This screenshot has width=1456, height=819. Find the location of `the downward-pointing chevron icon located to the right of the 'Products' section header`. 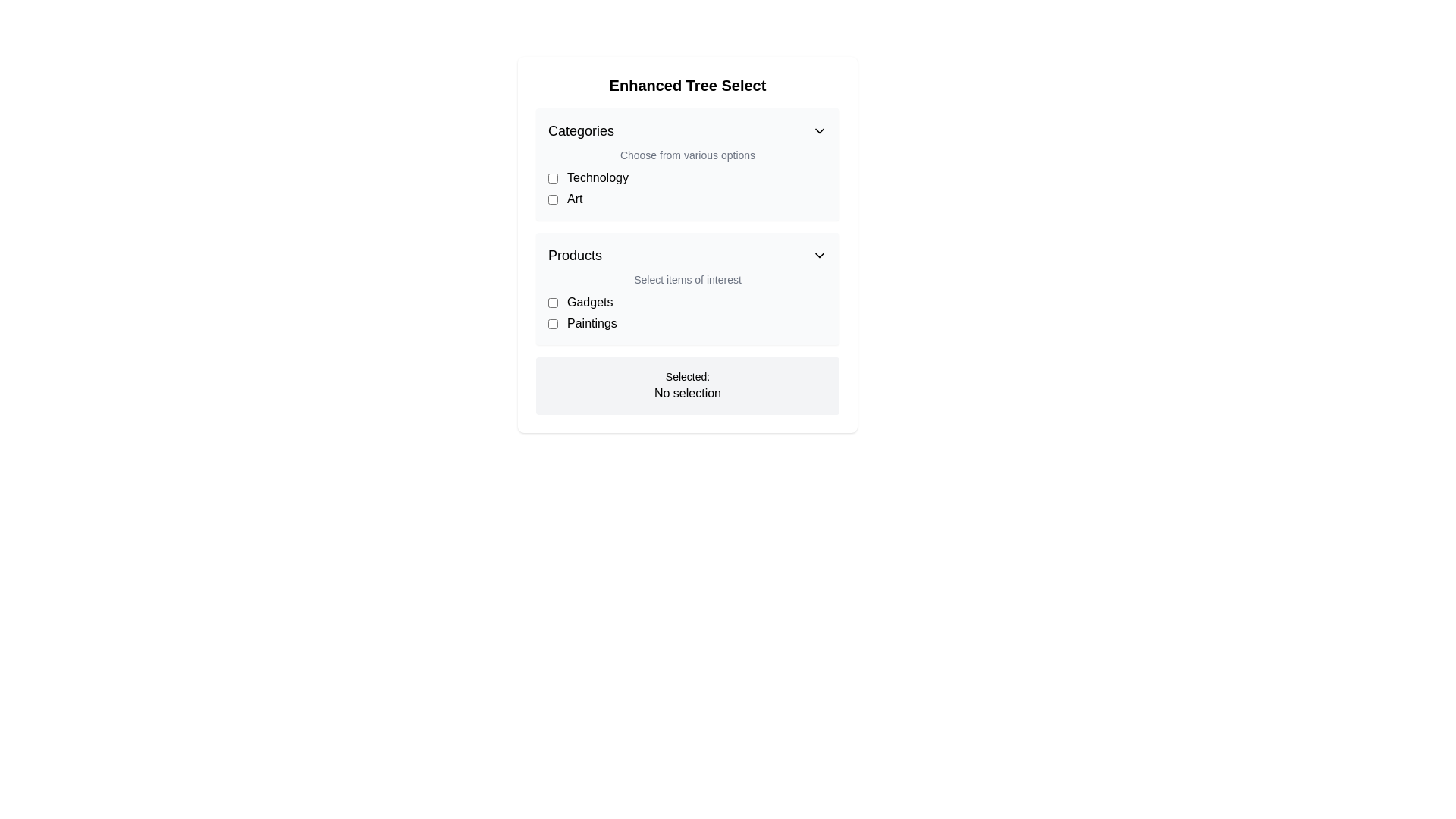

the downward-pointing chevron icon located to the right of the 'Products' section header is located at coordinates (818, 254).